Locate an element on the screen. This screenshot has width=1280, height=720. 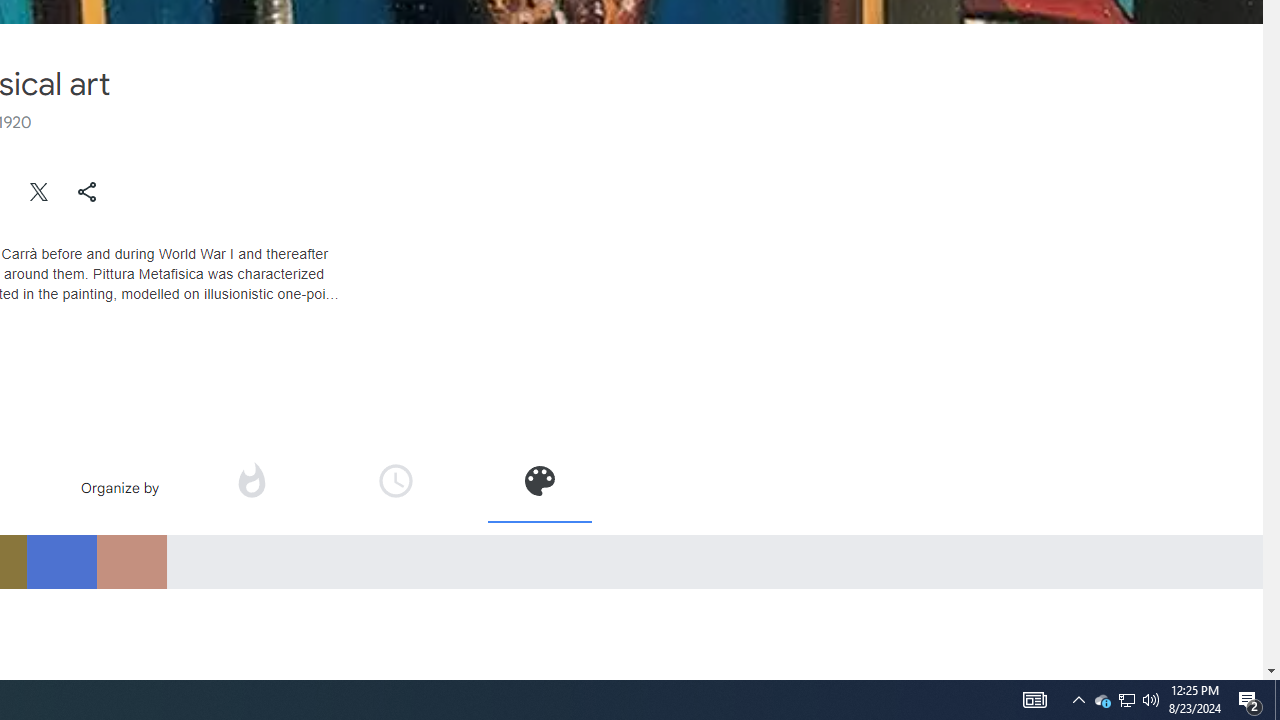
'Organize by time' is located at coordinates (395, 487).